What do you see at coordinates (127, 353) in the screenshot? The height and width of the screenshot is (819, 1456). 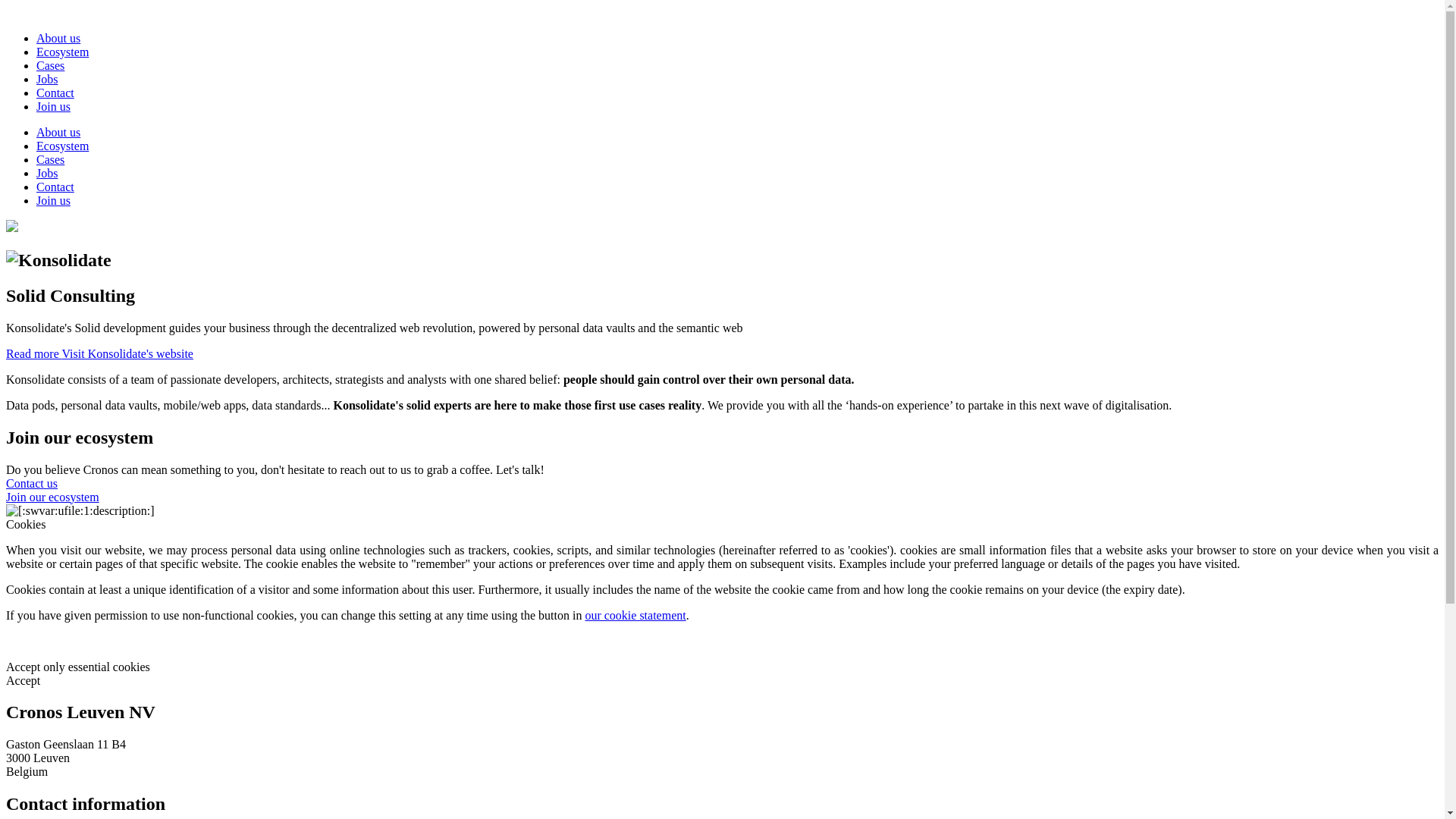 I see `'Visit Konsolidate's website'` at bounding box center [127, 353].